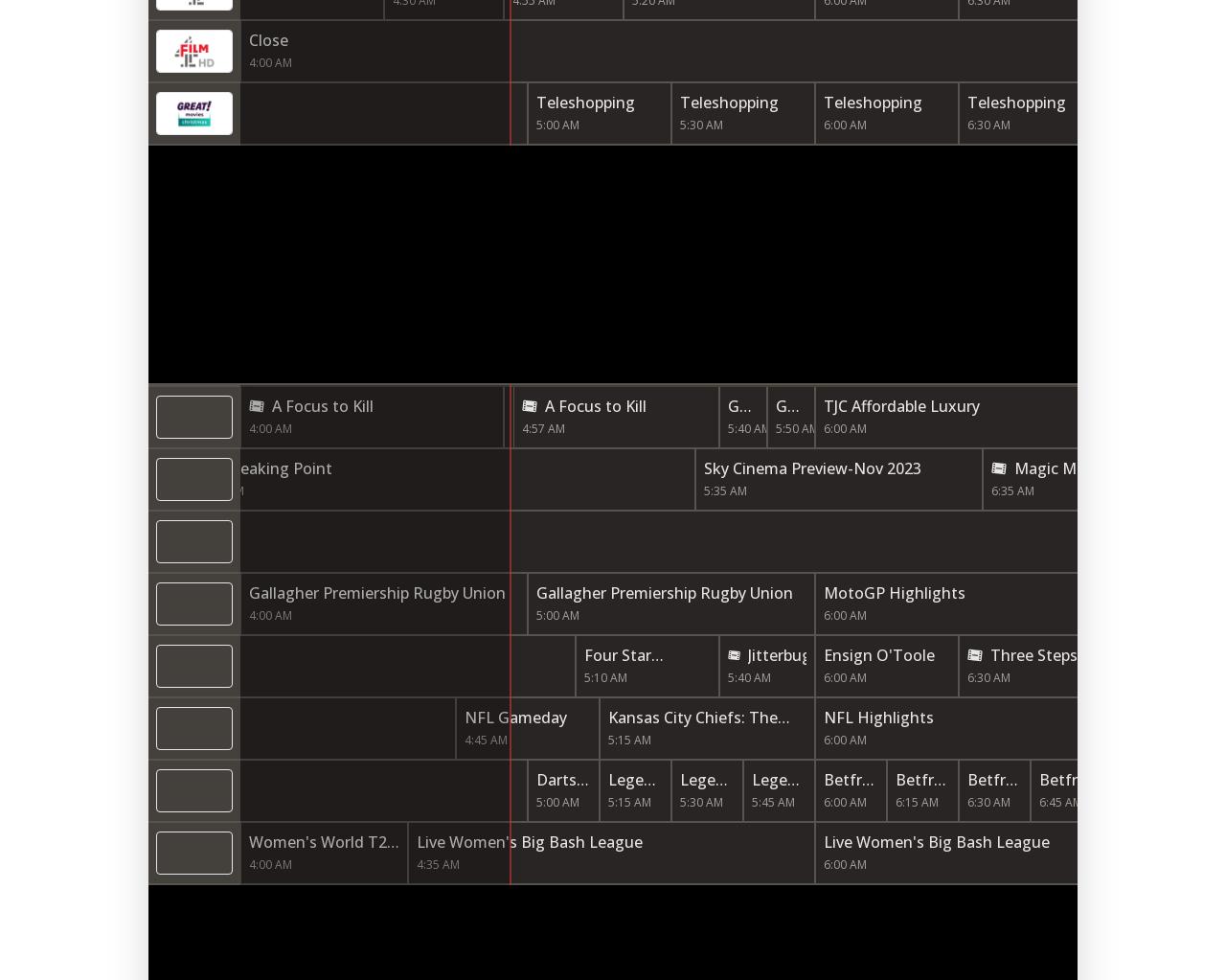 The width and height of the screenshot is (1226, 980). What do you see at coordinates (247, 39) in the screenshot?
I see `'Close'` at bounding box center [247, 39].